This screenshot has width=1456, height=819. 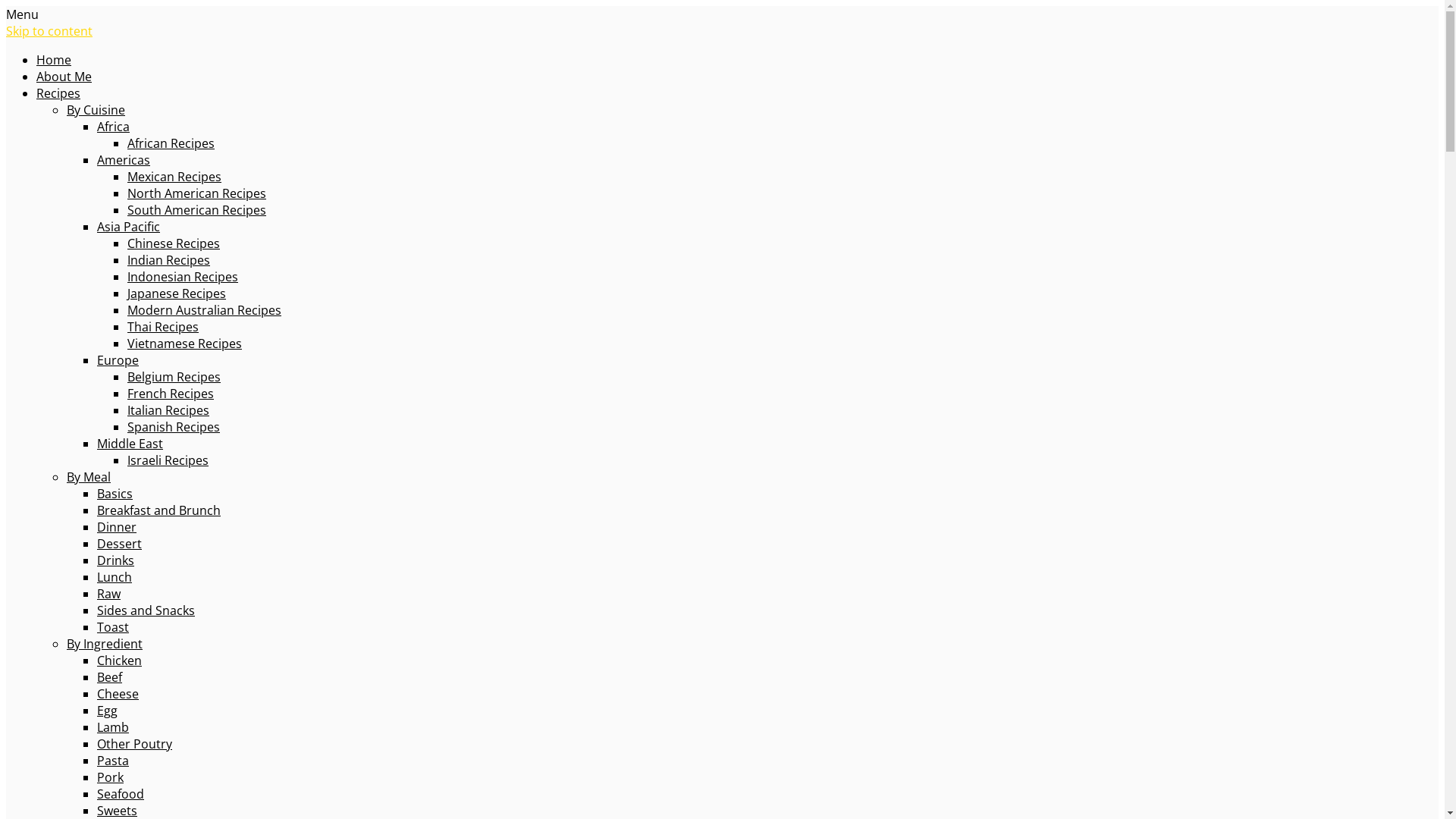 I want to click on 'Middle East', so click(x=96, y=444).